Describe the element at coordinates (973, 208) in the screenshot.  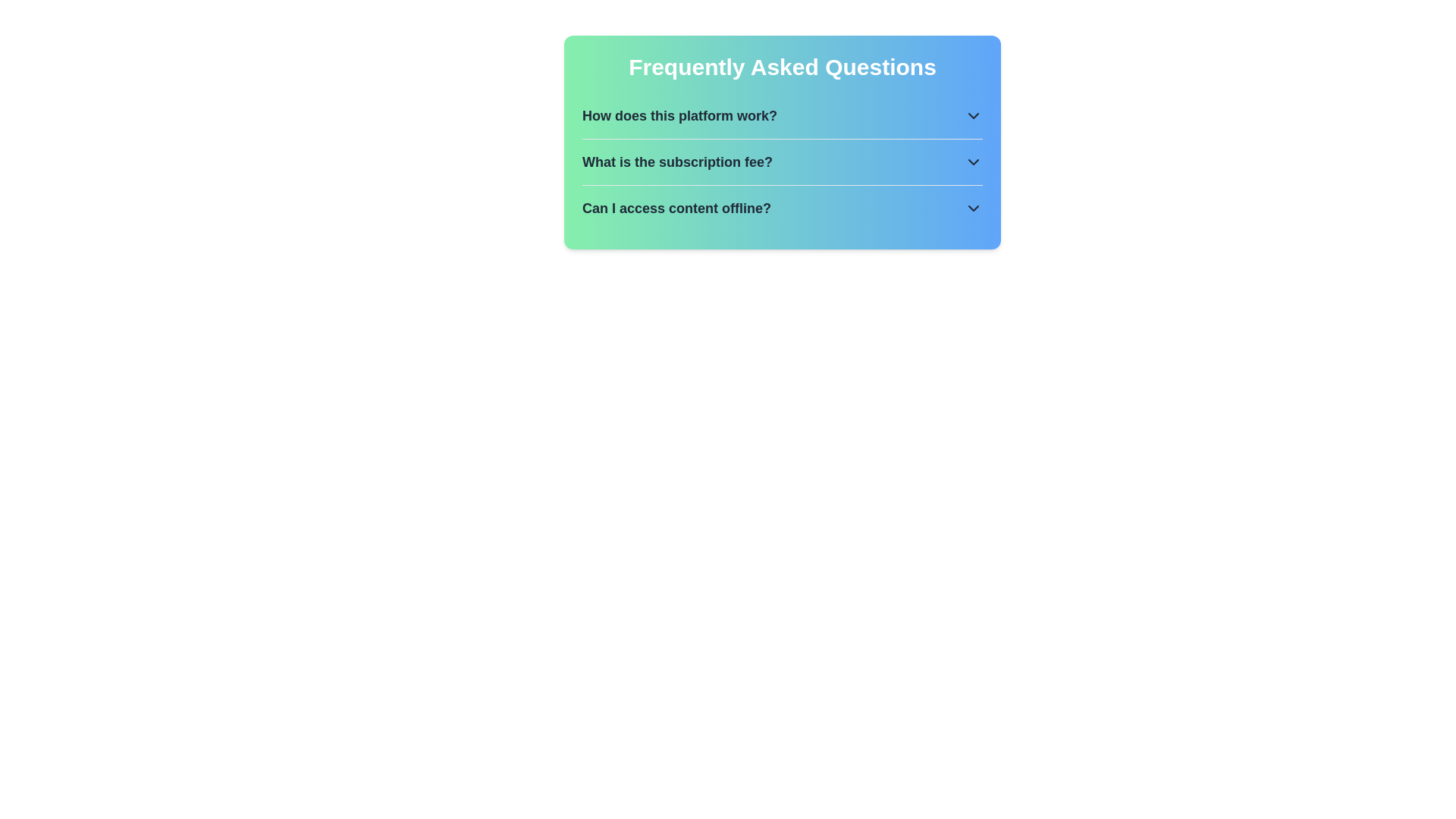
I see `the downward-pointing caret icon that indicates a collapsible menu next to the text 'Can I access content offline?' in the FAQ section` at that location.